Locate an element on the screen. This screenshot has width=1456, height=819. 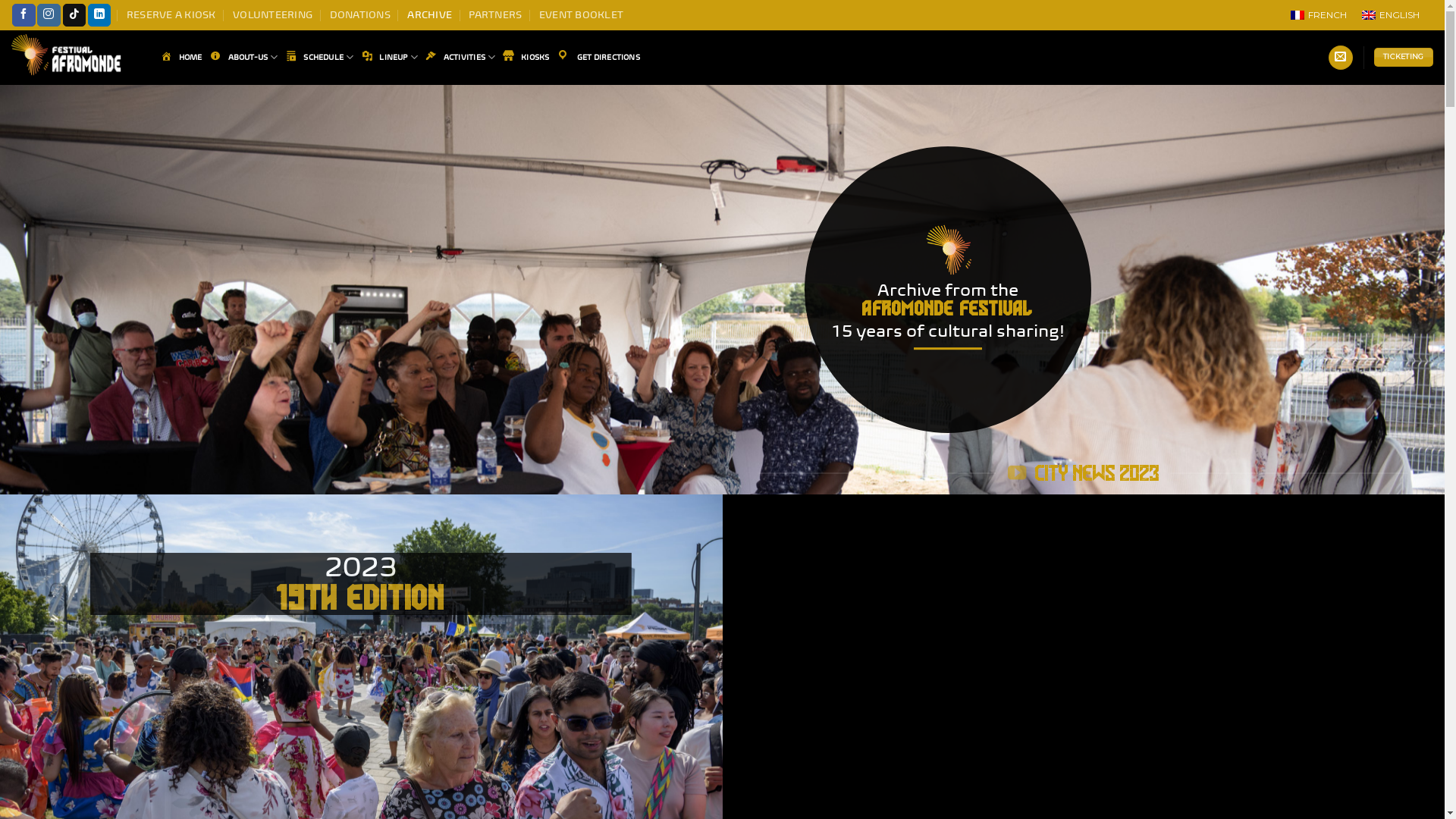
'Follow on Instagram' is located at coordinates (48, 14).